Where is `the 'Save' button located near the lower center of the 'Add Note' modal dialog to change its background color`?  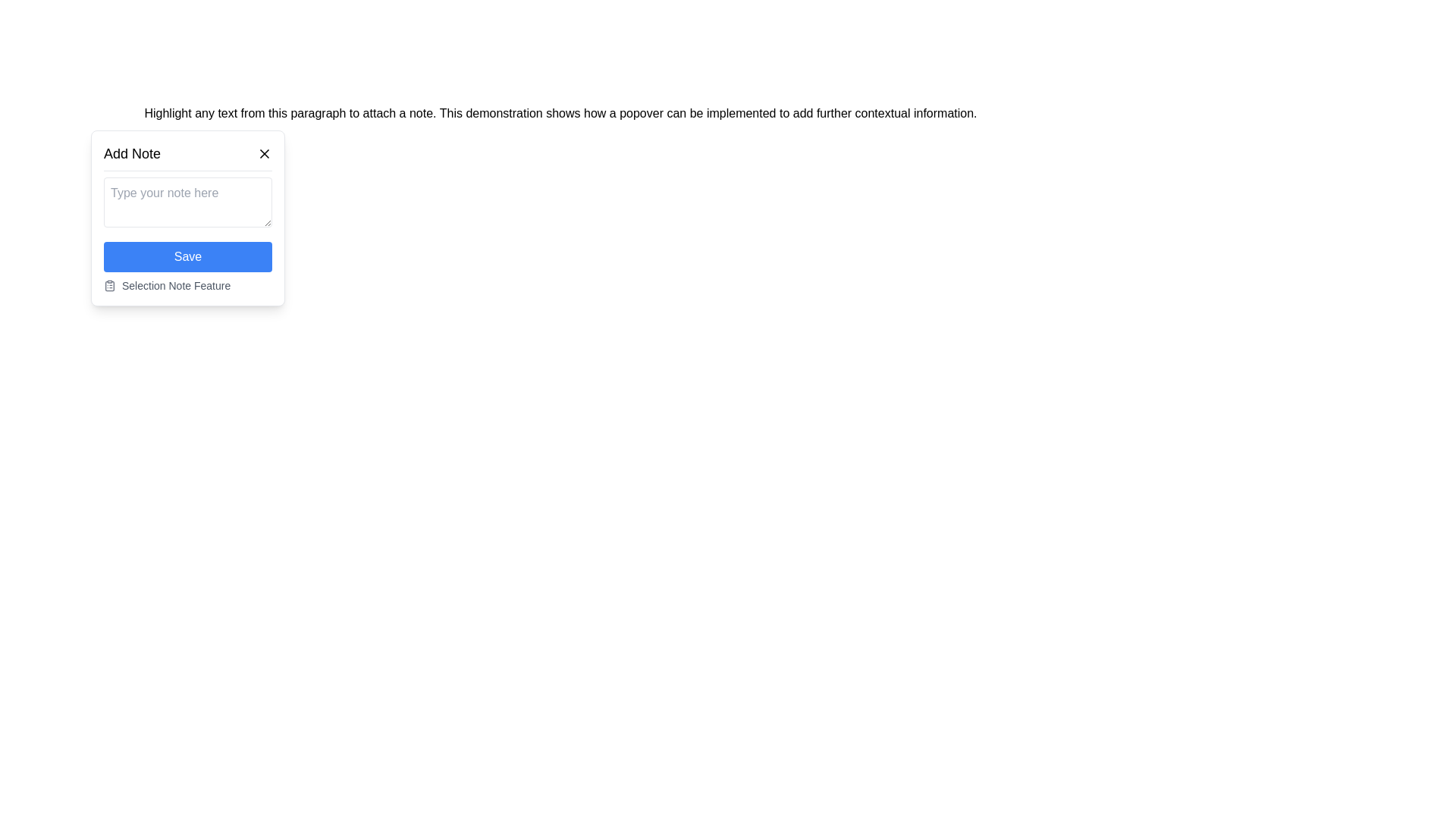
the 'Save' button located near the lower center of the 'Add Note' modal dialog to change its background color is located at coordinates (187, 256).